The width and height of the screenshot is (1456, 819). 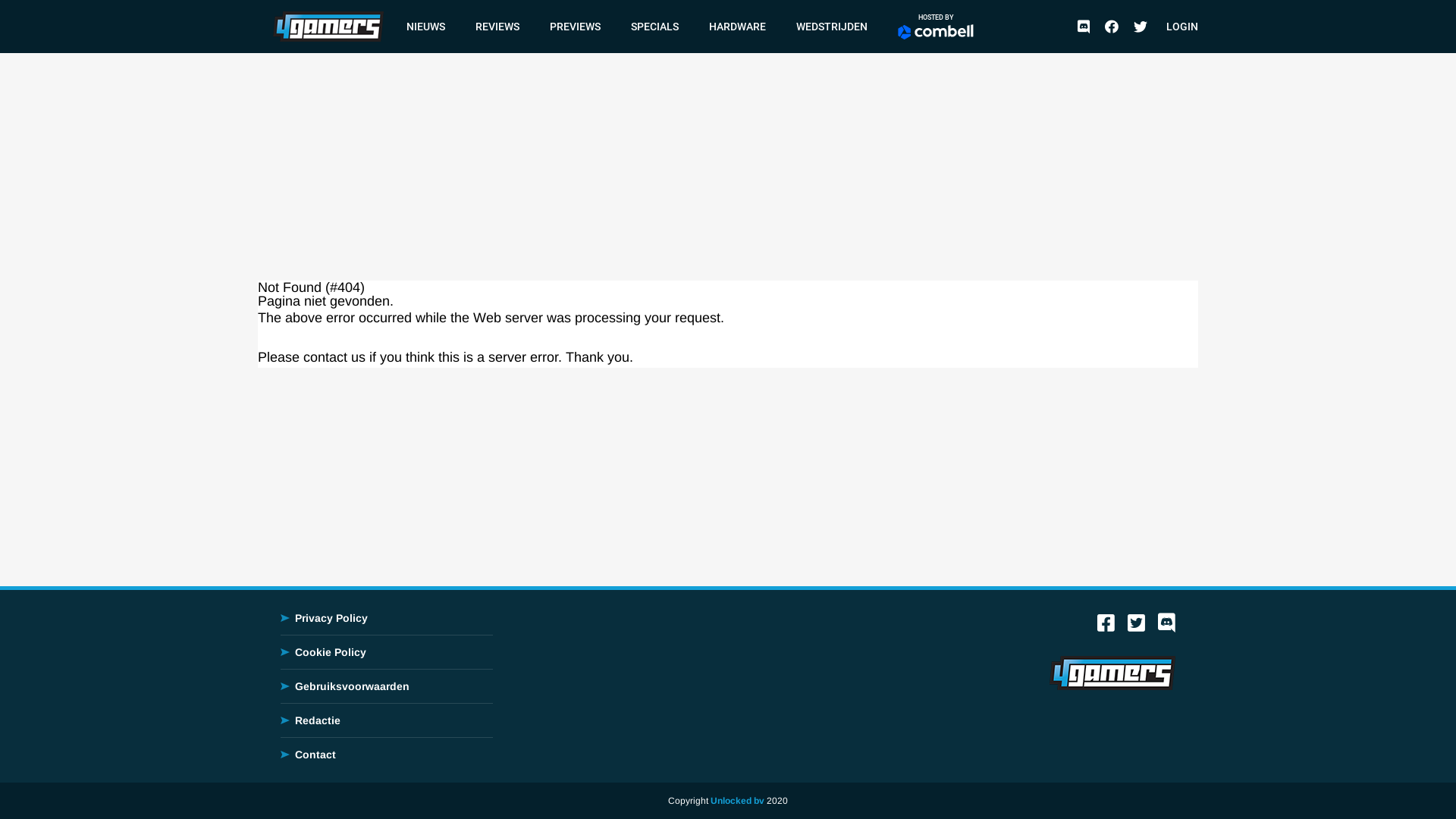 What do you see at coordinates (1166, 626) in the screenshot?
I see `'Discord'` at bounding box center [1166, 626].